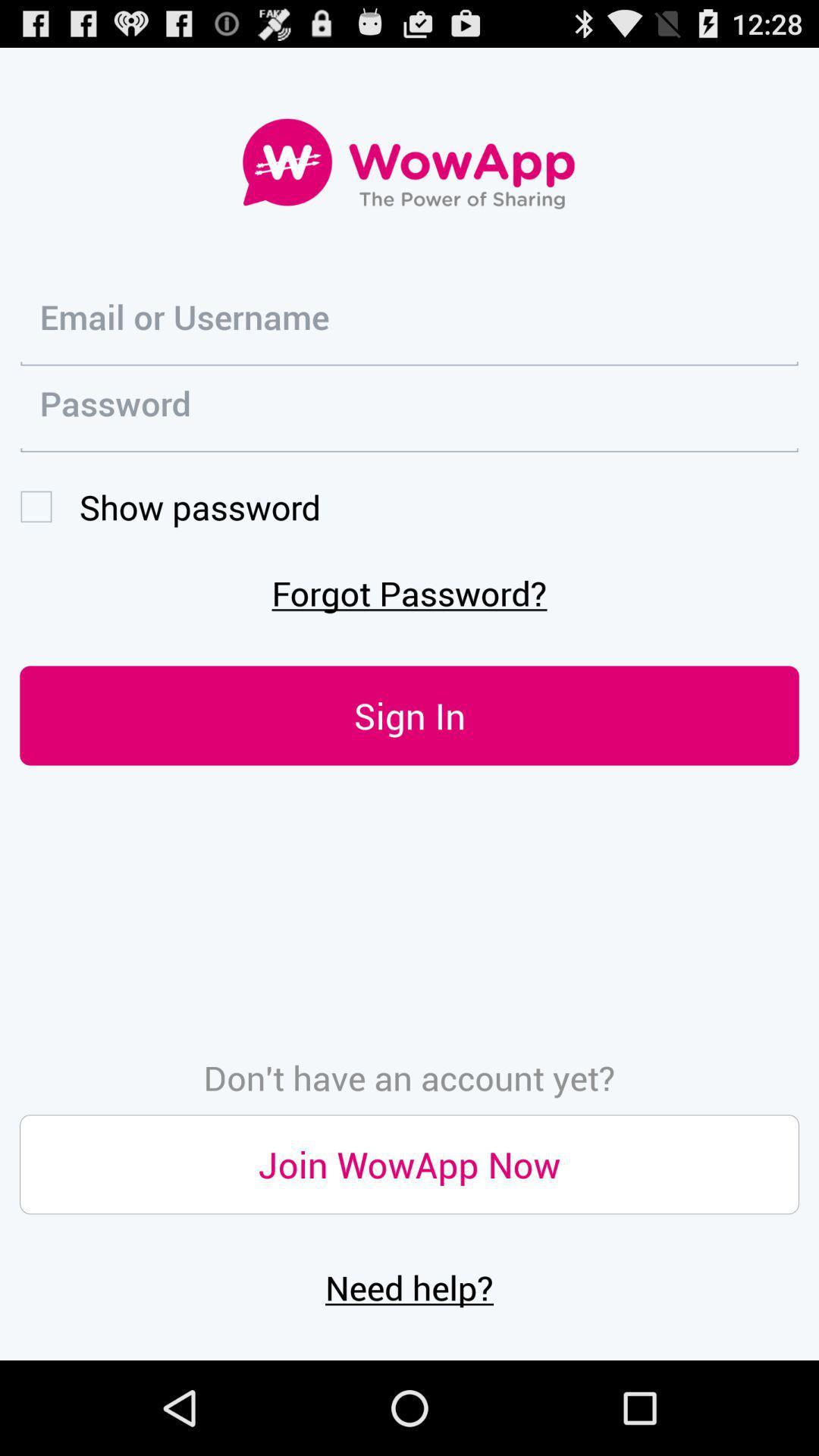 The width and height of the screenshot is (819, 1456). Describe the element at coordinates (409, 1163) in the screenshot. I see `icon below the don t have icon` at that location.